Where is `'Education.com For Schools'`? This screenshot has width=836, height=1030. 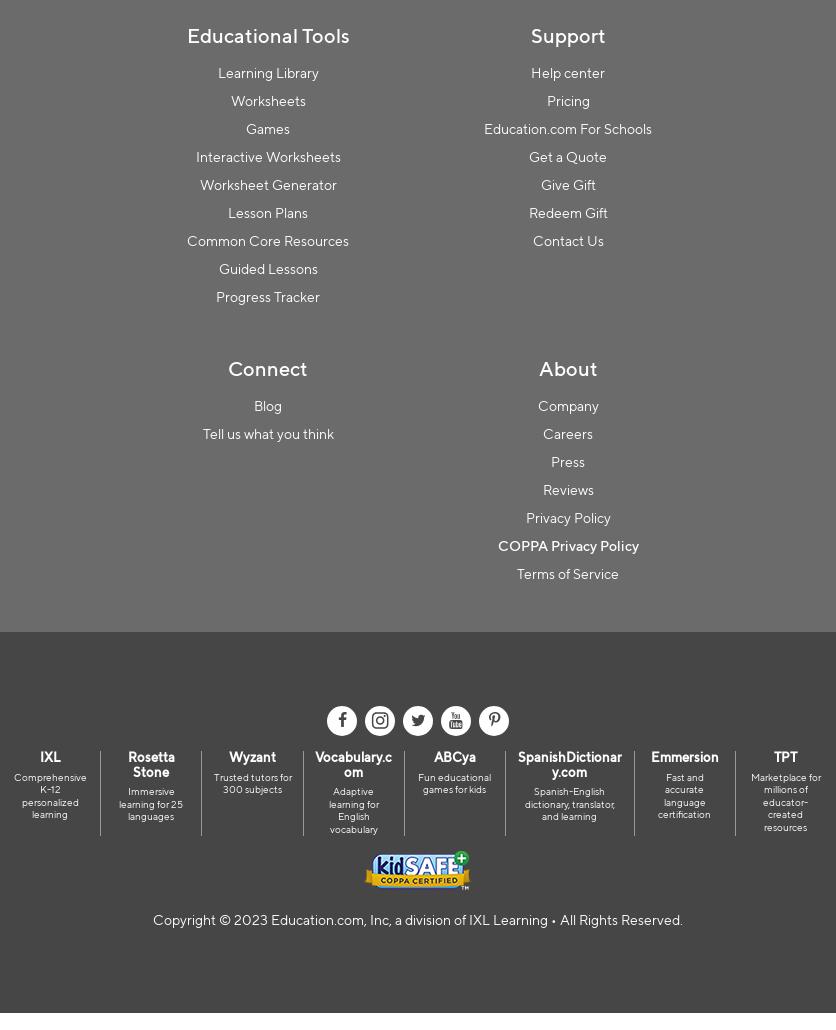 'Education.com For Schools' is located at coordinates (566, 127).